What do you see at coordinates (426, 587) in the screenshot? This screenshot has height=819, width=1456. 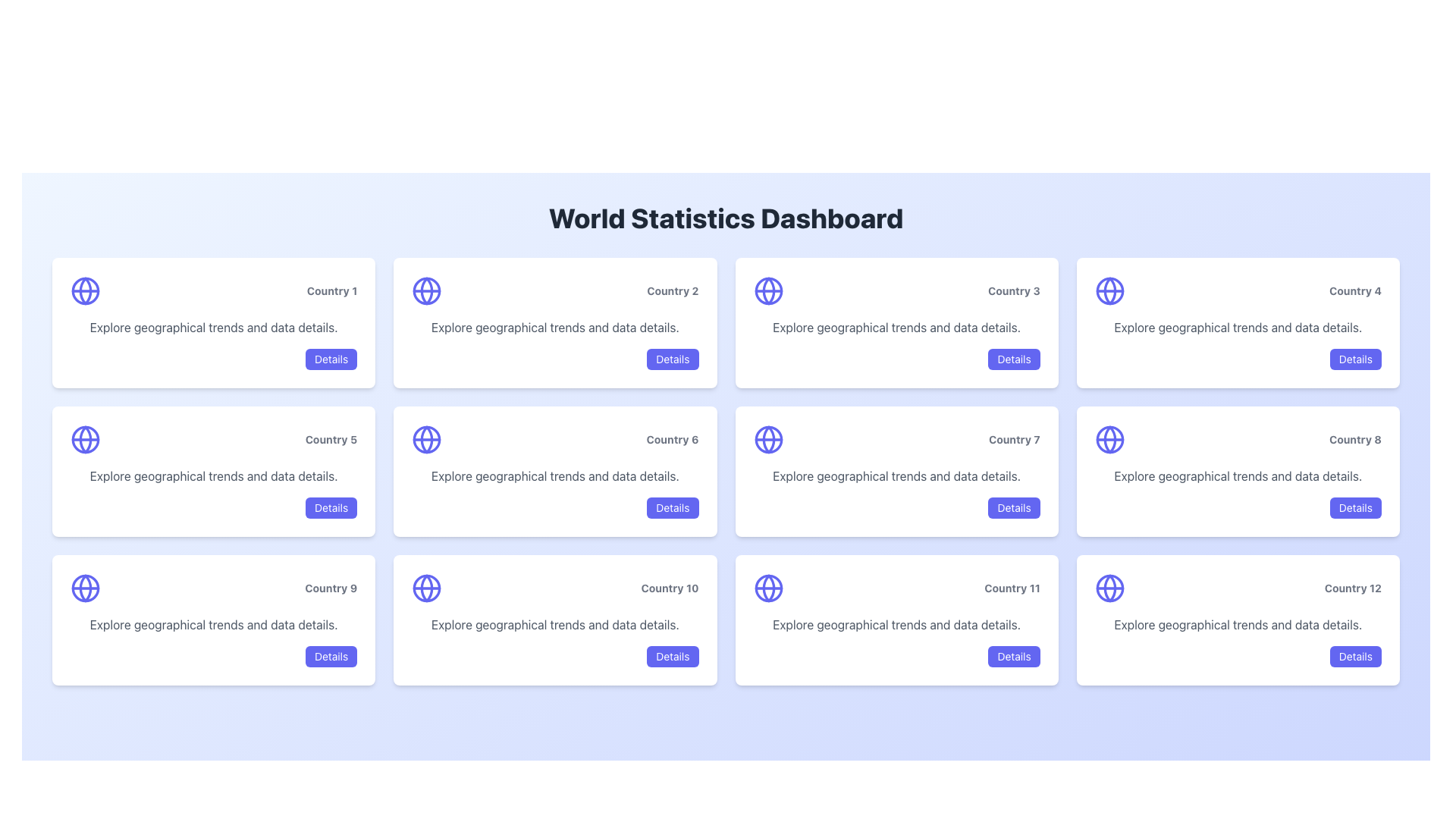 I see `the SVG Circle that visually represents the inner boundary of the globe icon within the card labeled 'Country 10' located in the bottom-middle row of the dashboard` at bounding box center [426, 587].